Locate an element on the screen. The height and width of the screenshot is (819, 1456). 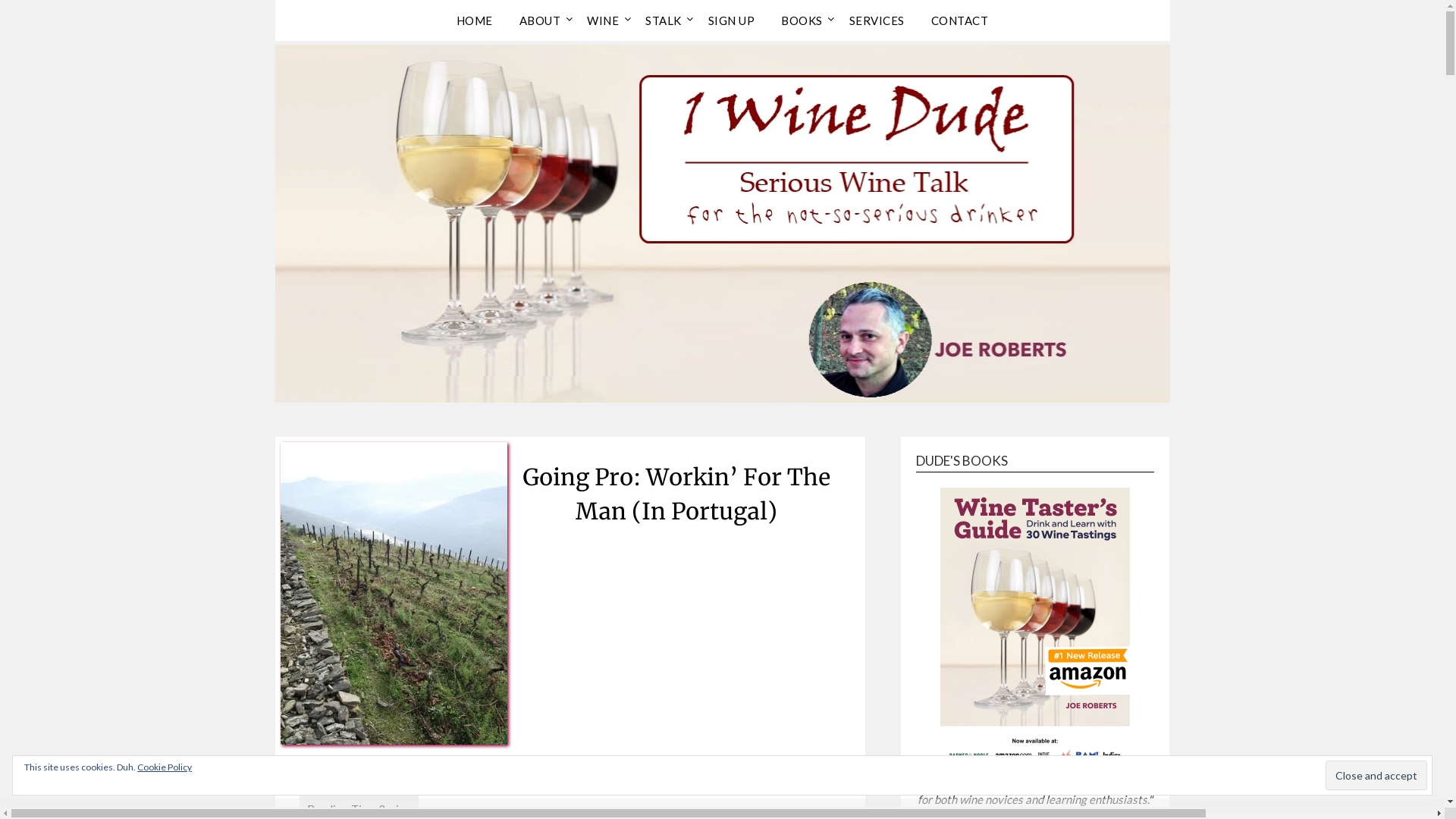
'February 9, 2011' is located at coordinates (551, 767).